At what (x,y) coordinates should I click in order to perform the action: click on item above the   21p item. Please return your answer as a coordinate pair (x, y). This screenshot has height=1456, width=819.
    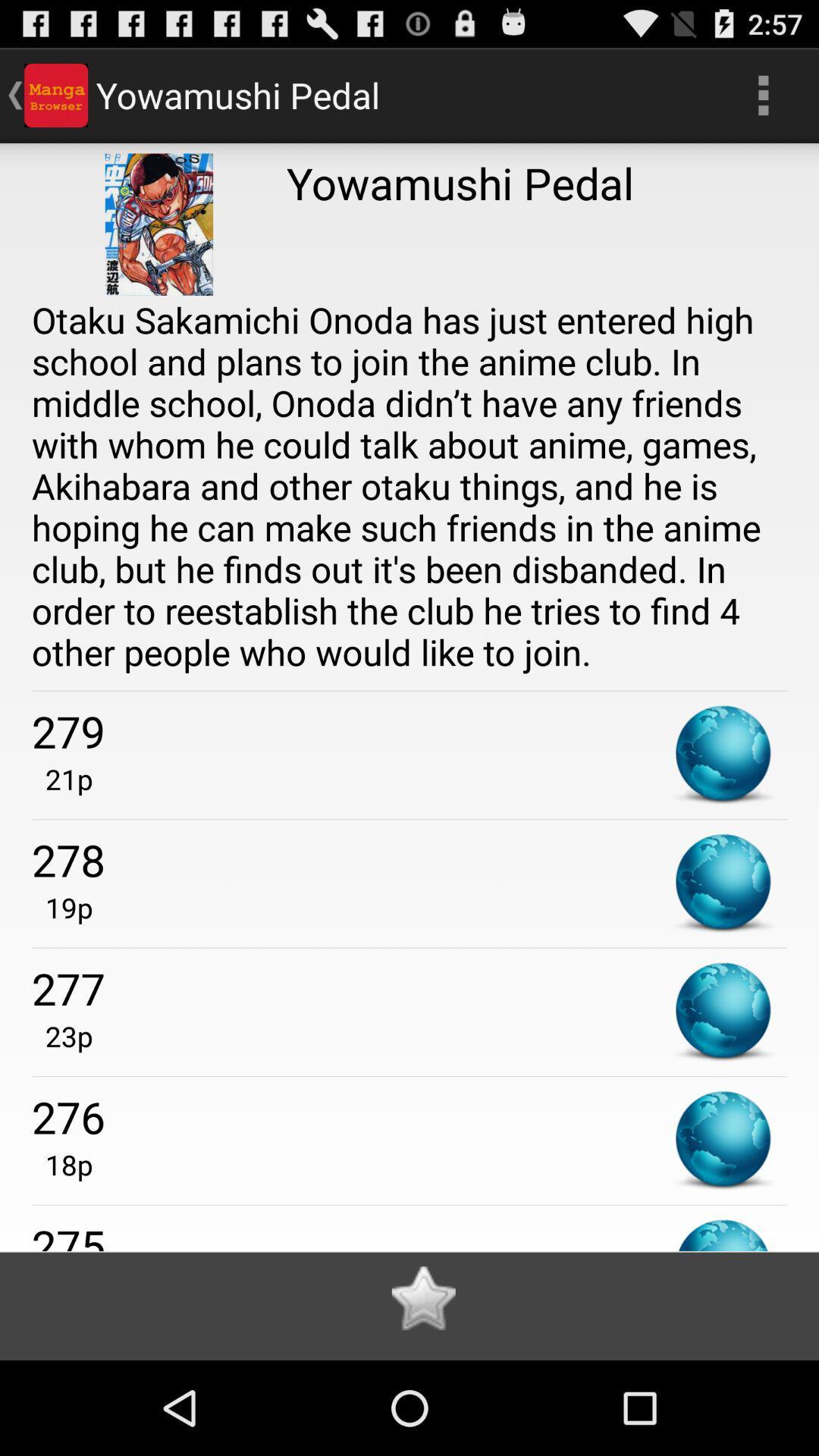
    Looking at the image, I should click on (409, 731).